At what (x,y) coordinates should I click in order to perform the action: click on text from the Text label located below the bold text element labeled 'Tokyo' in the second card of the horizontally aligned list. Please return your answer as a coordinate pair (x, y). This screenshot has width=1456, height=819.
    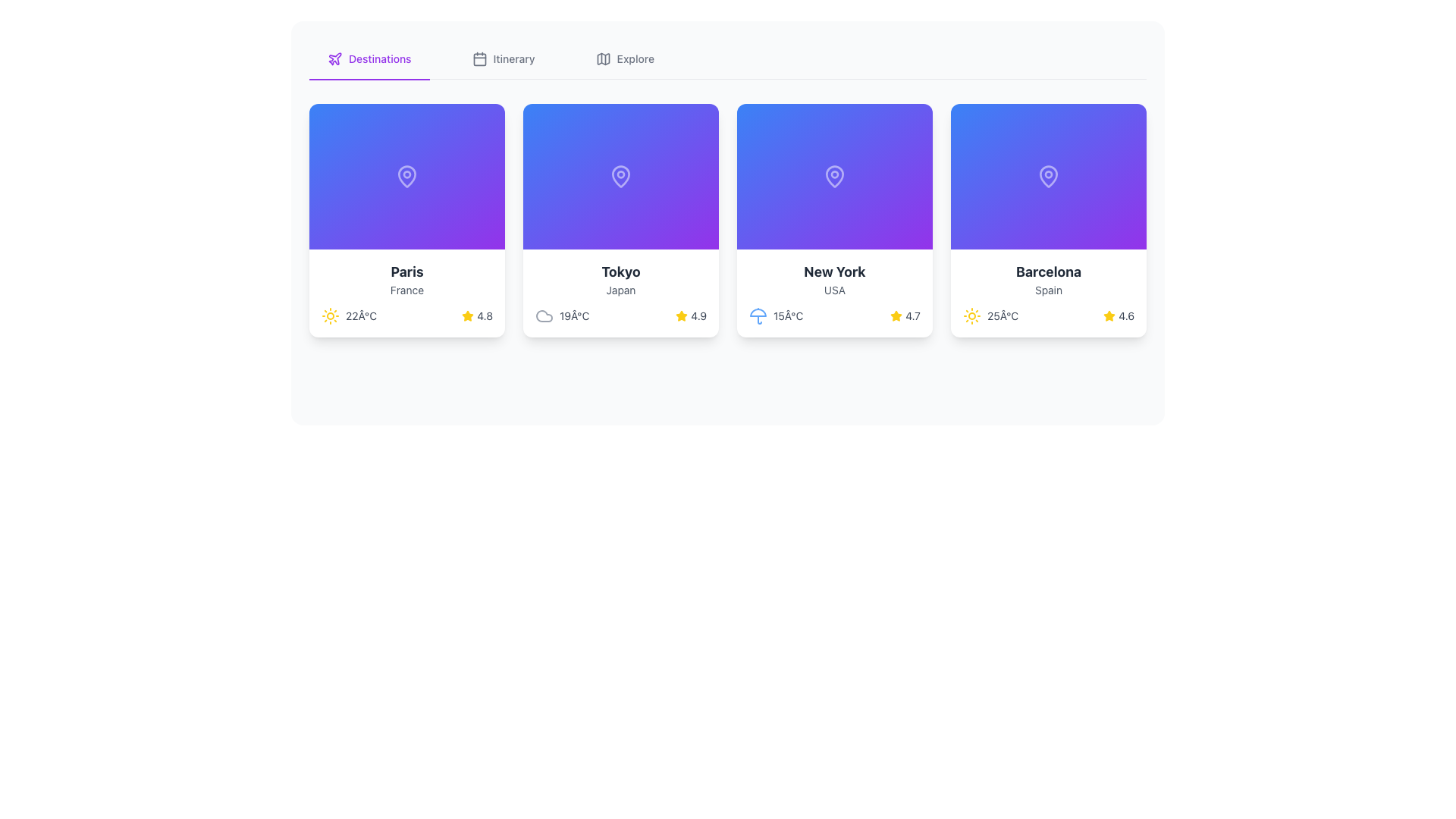
    Looking at the image, I should click on (621, 290).